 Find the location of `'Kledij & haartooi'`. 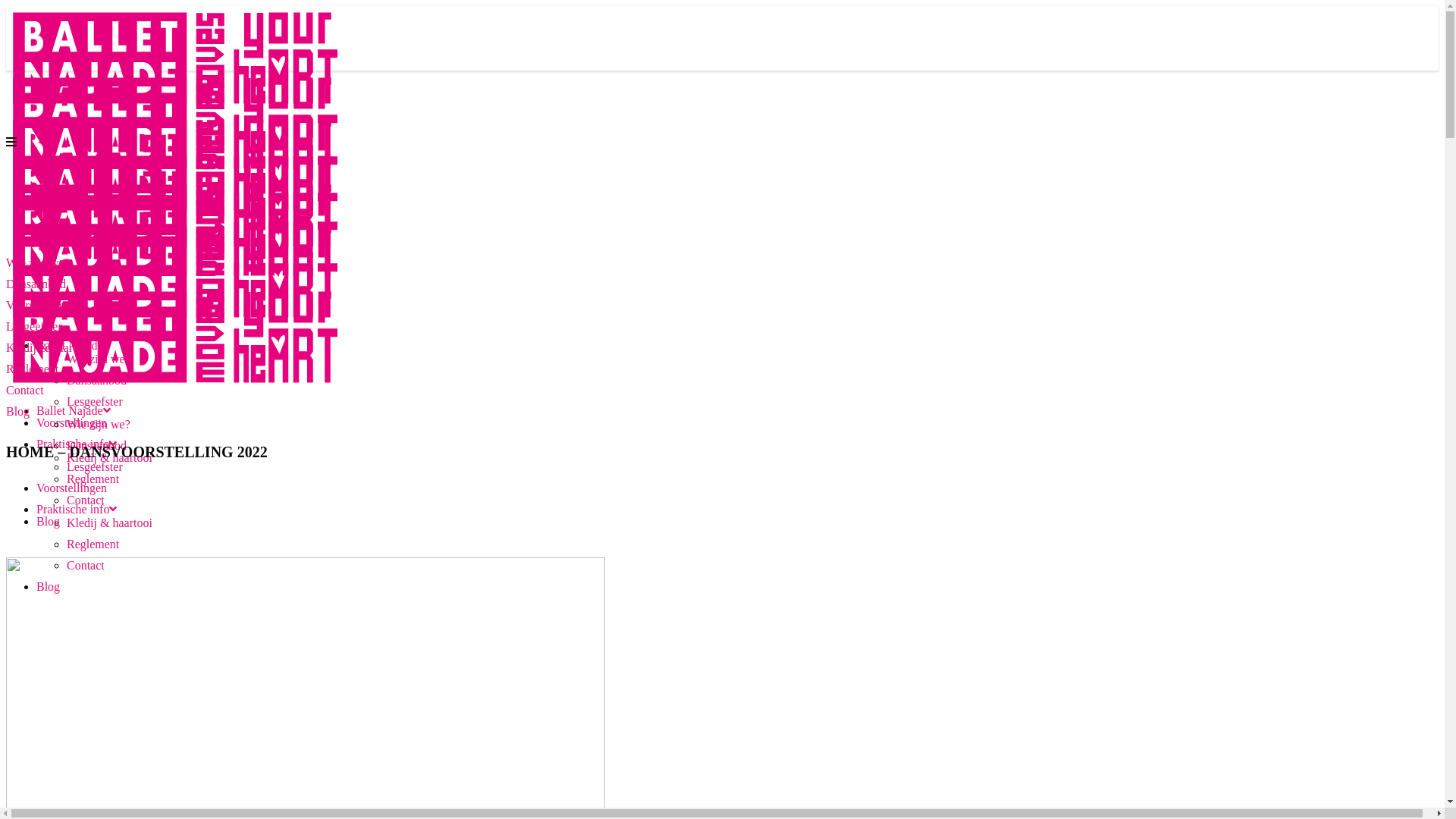

'Kledij & haartooi' is located at coordinates (108, 522).